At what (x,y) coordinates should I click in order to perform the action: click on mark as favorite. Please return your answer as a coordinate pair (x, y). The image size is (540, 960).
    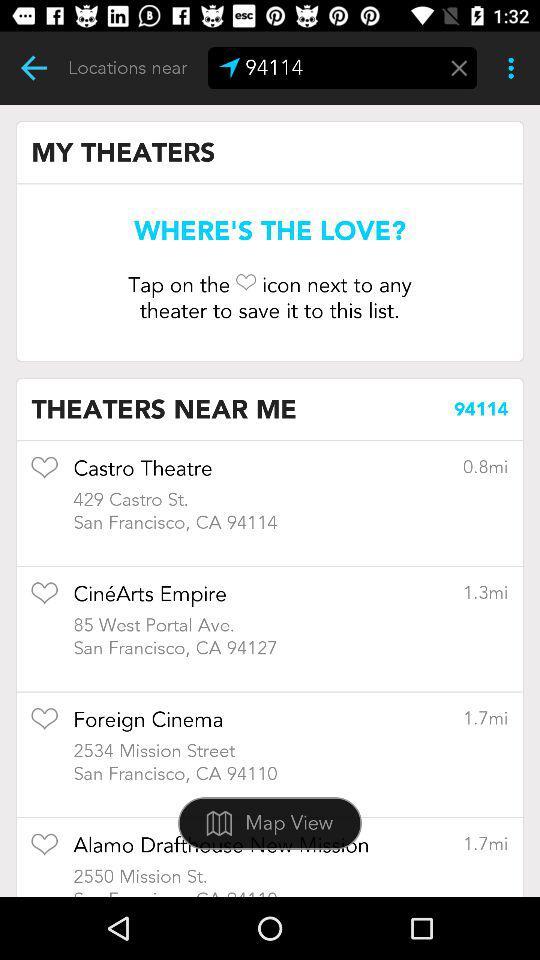
    Looking at the image, I should click on (44, 600).